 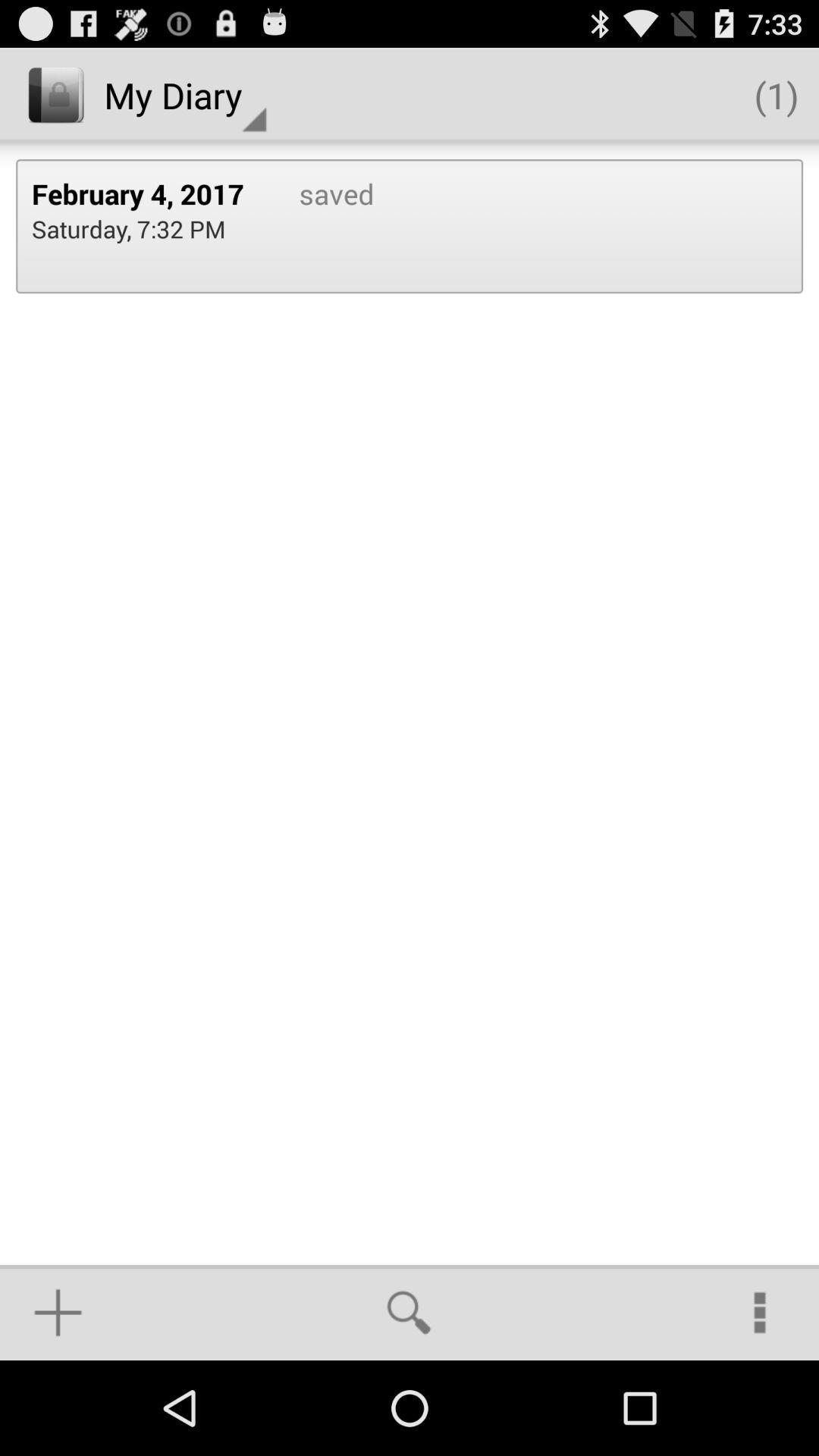 What do you see at coordinates (408, 1312) in the screenshot?
I see `item at the bottom` at bounding box center [408, 1312].